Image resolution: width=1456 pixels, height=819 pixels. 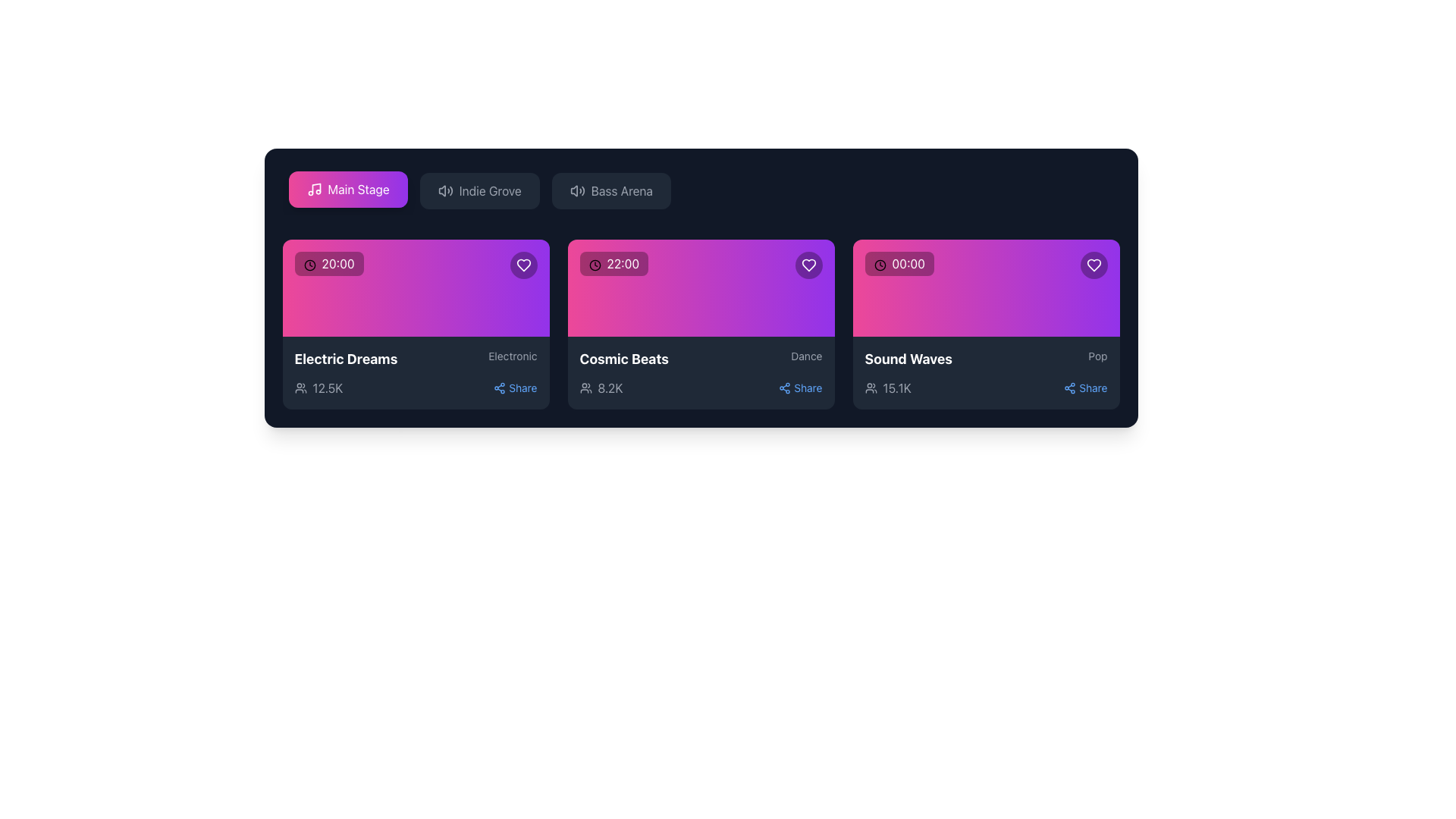 I want to click on the SVG circle element, which is a circular outline inside the 'Electric Dreams' card located at the top-left corner of the time label, styled with a minimalistic design and distinct color gradient background, so click(x=309, y=264).